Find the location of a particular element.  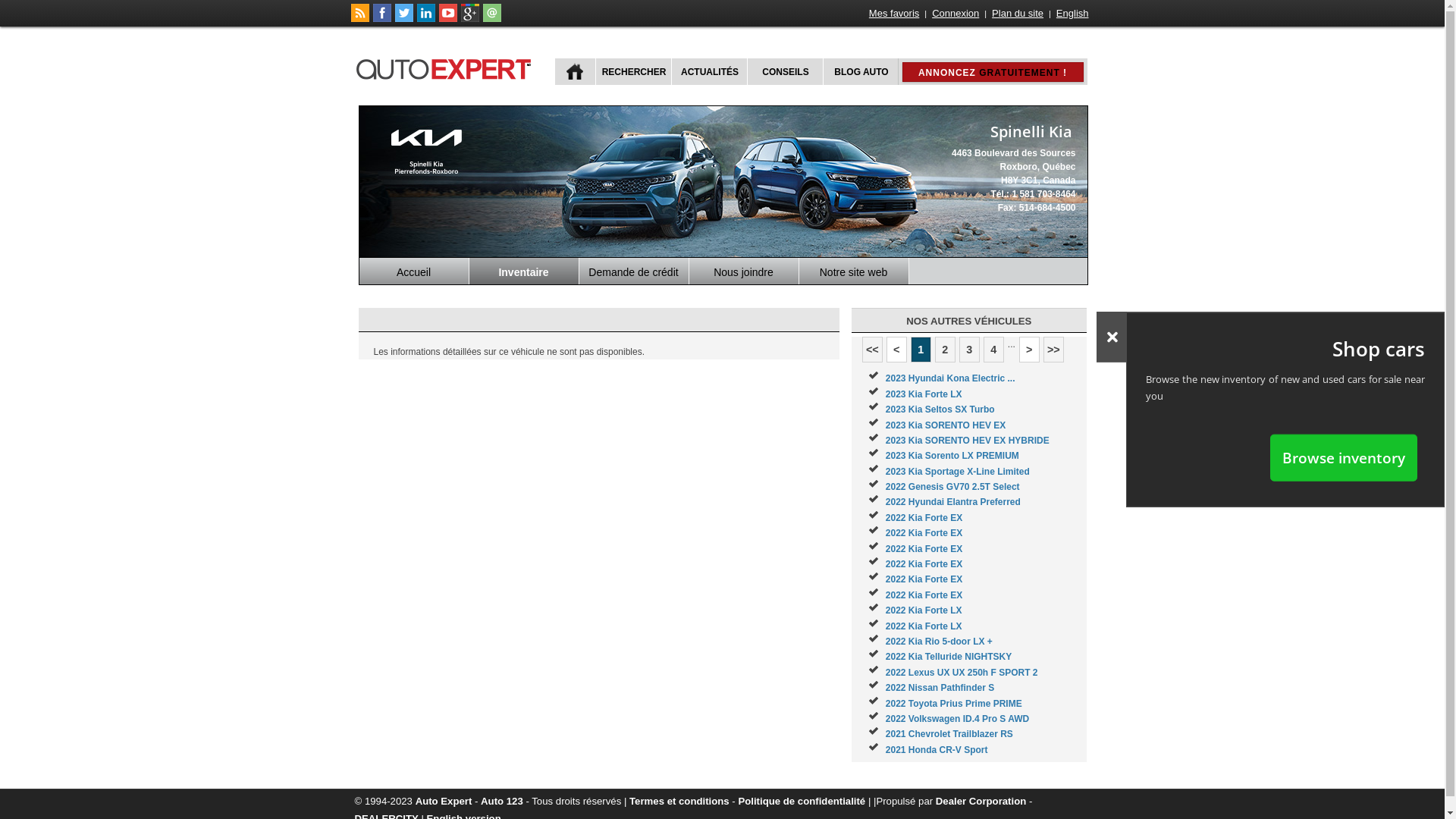

'Plan du site' is located at coordinates (1018, 13).